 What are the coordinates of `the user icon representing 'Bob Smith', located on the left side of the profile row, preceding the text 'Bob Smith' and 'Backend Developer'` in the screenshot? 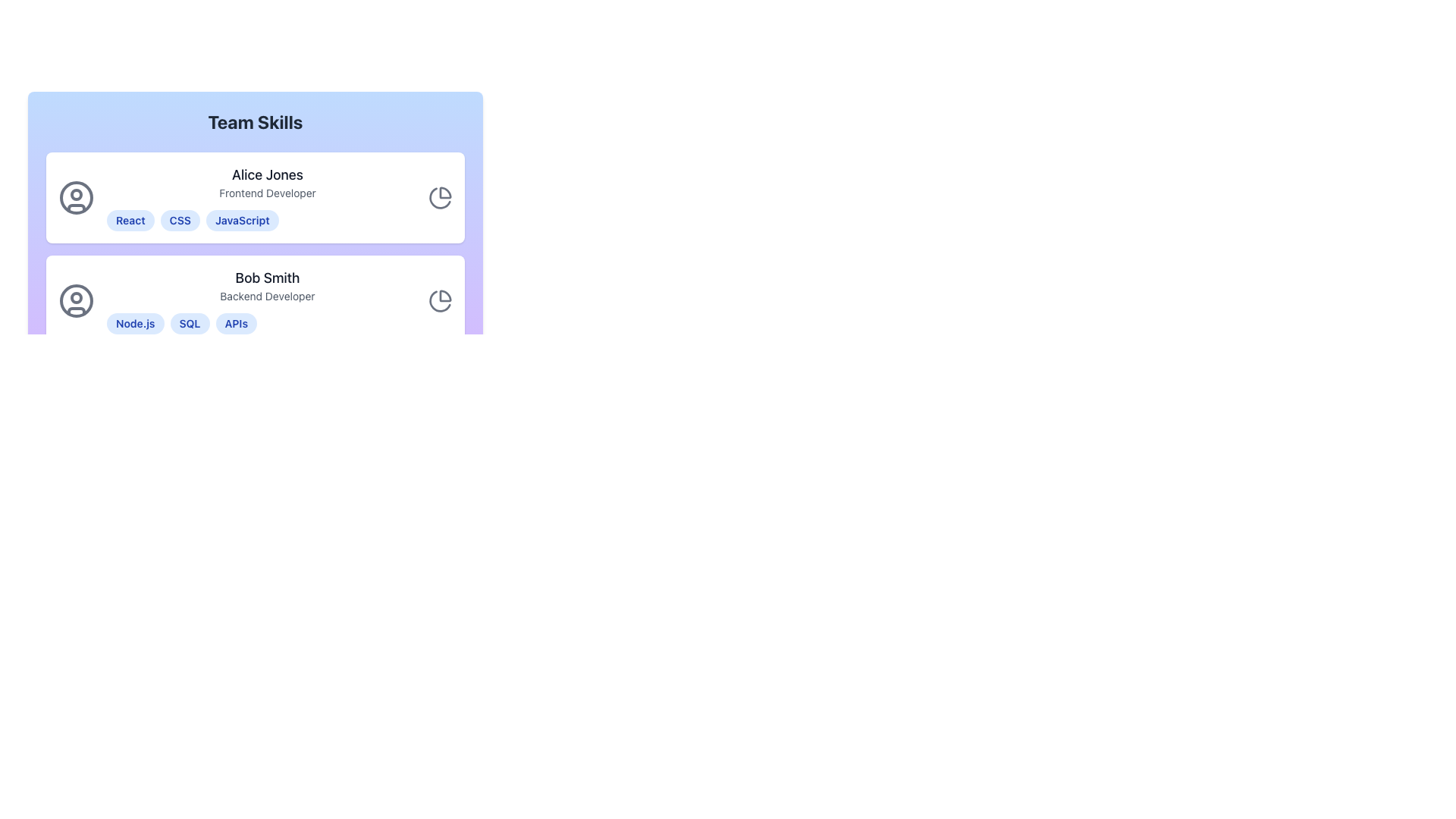 It's located at (75, 301).